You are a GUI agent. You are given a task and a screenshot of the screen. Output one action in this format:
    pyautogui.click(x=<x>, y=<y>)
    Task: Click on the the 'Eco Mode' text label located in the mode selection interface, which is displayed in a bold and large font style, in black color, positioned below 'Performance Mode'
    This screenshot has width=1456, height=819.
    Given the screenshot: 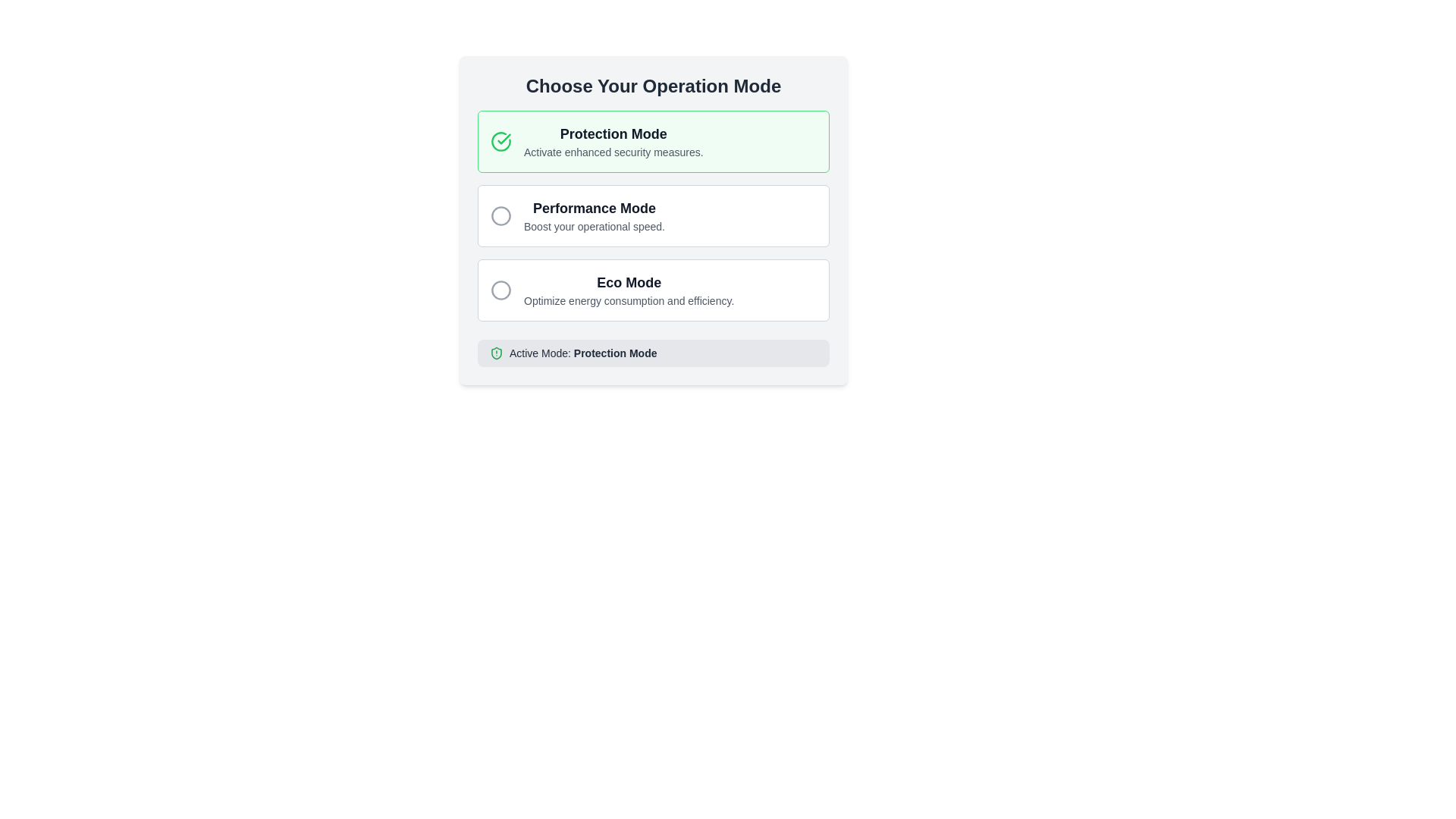 What is the action you would take?
    pyautogui.click(x=629, y=283)
    